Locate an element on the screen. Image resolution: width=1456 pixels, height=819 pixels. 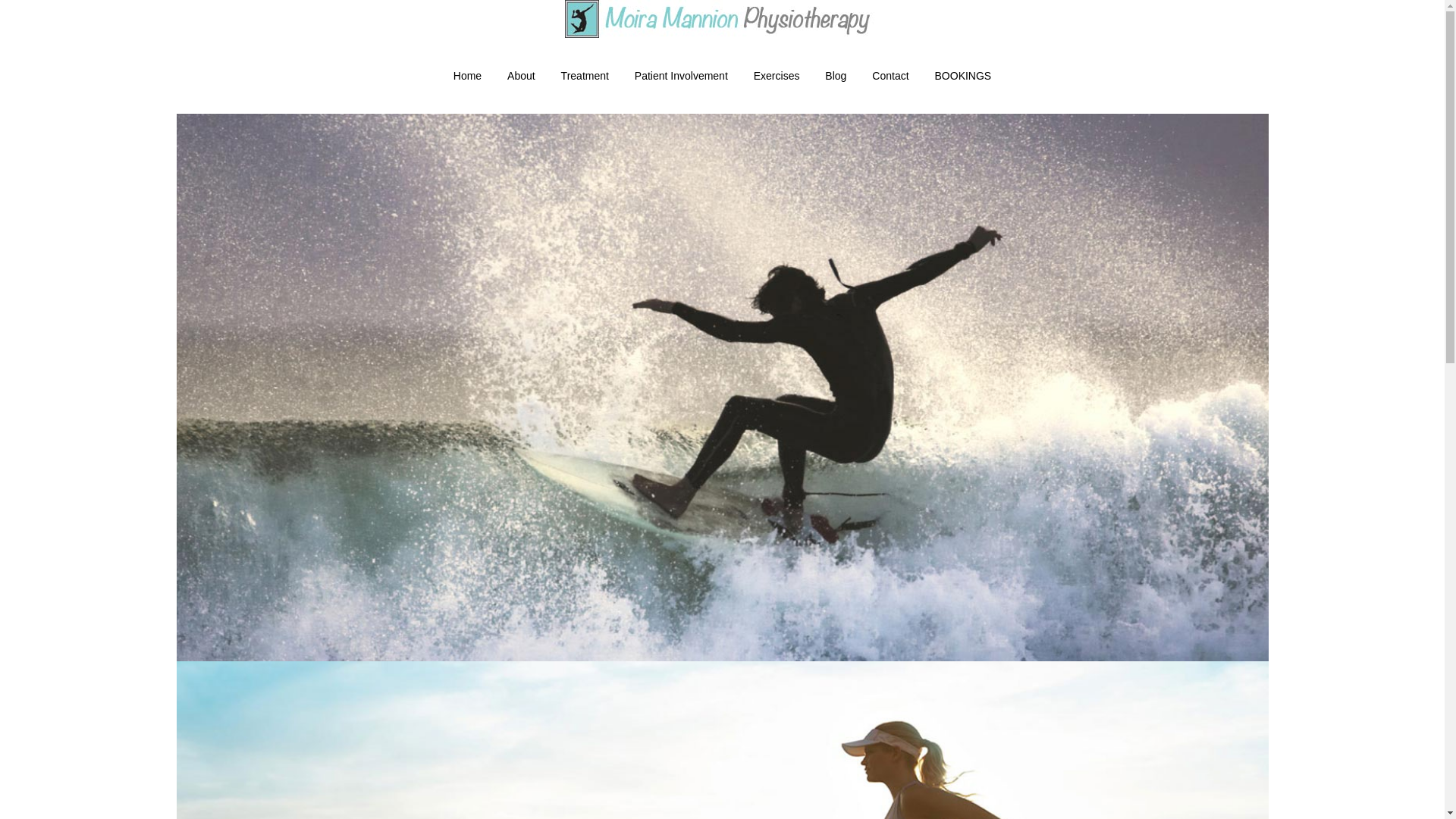
'BOOKINGS' is located at coordinates (962, 76).